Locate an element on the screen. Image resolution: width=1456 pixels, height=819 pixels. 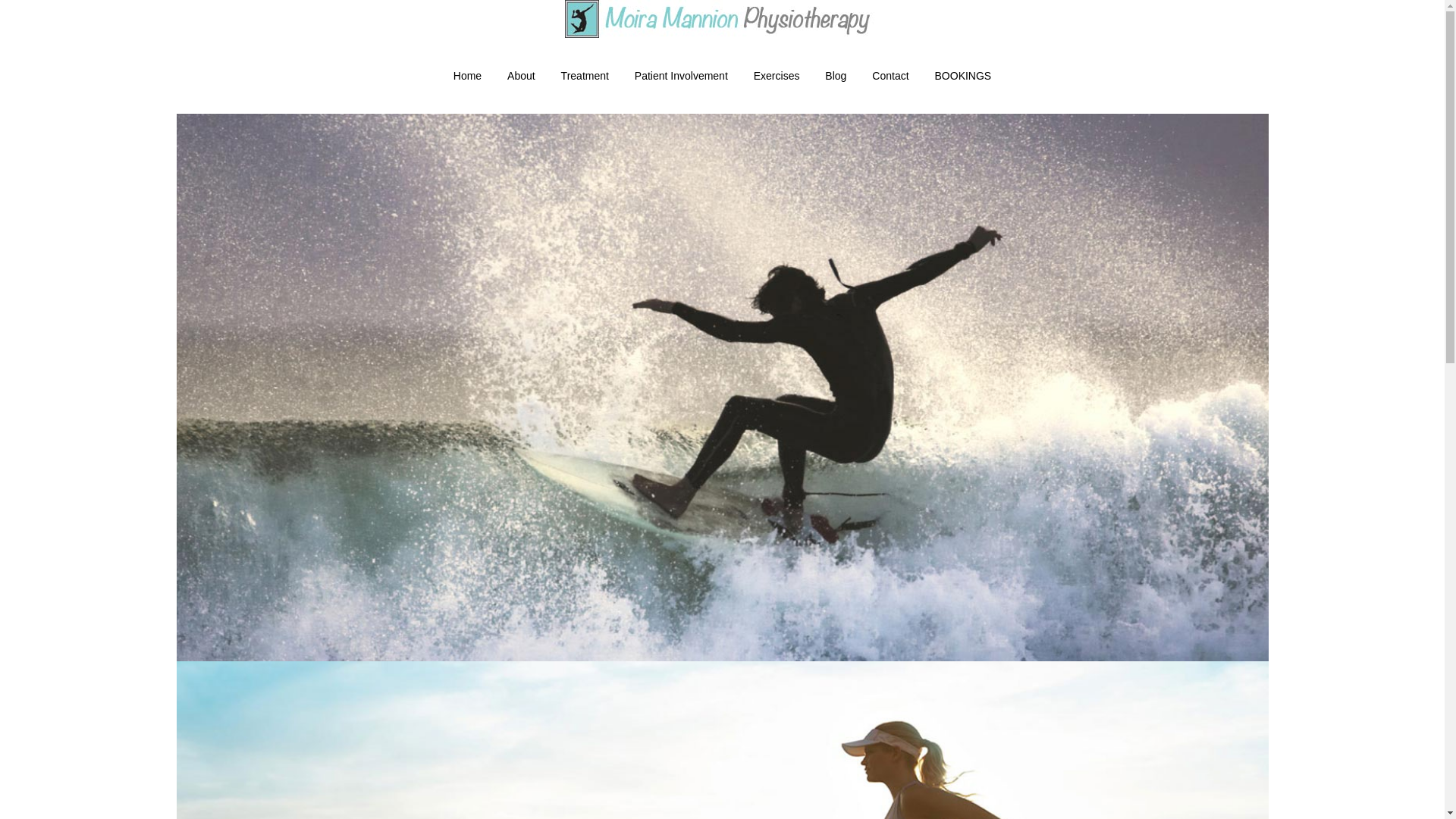
'BOOKINGS' is located at coordinates (962, 76).